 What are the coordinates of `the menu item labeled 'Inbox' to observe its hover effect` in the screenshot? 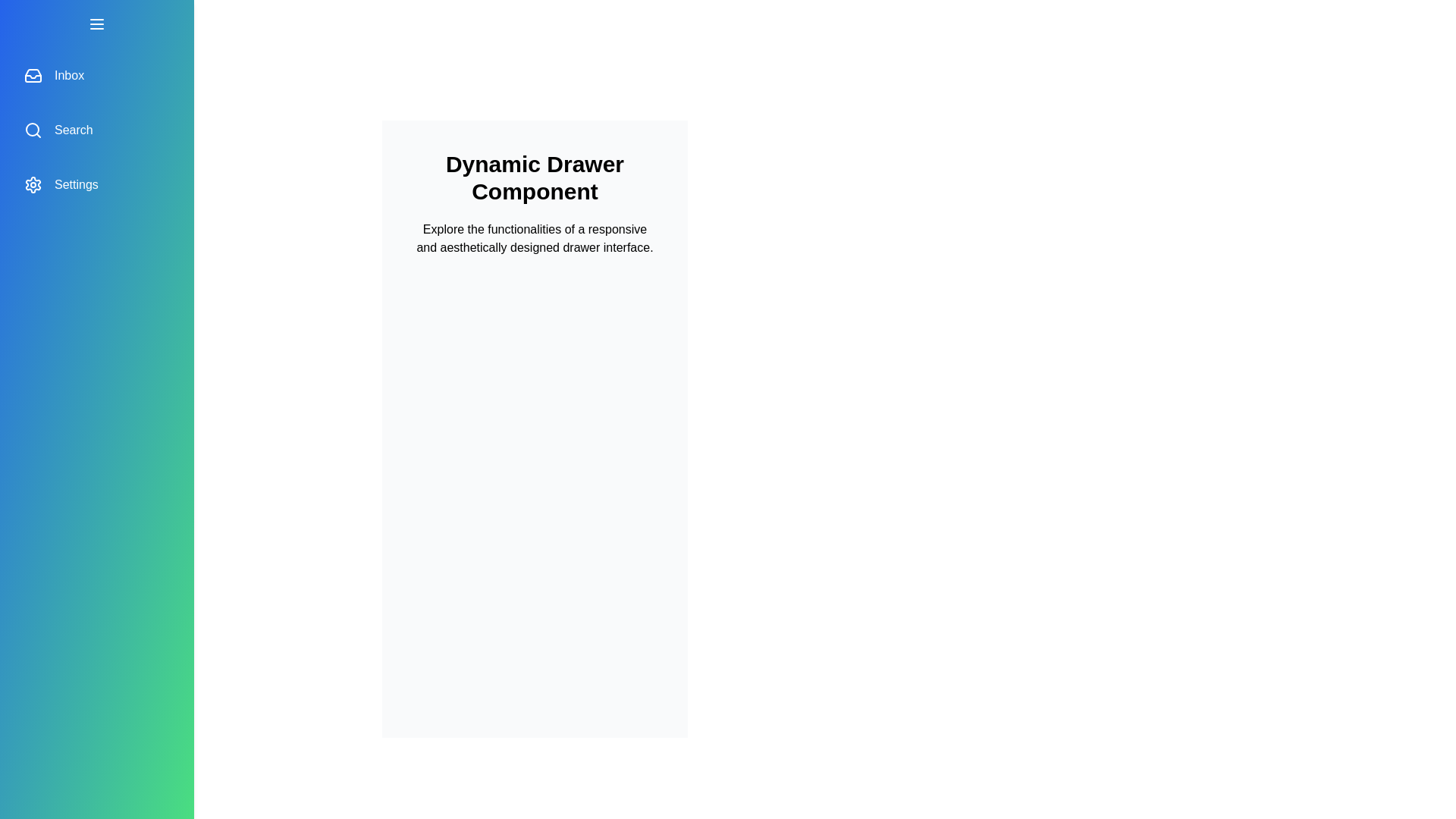 It's located at (96, 76).